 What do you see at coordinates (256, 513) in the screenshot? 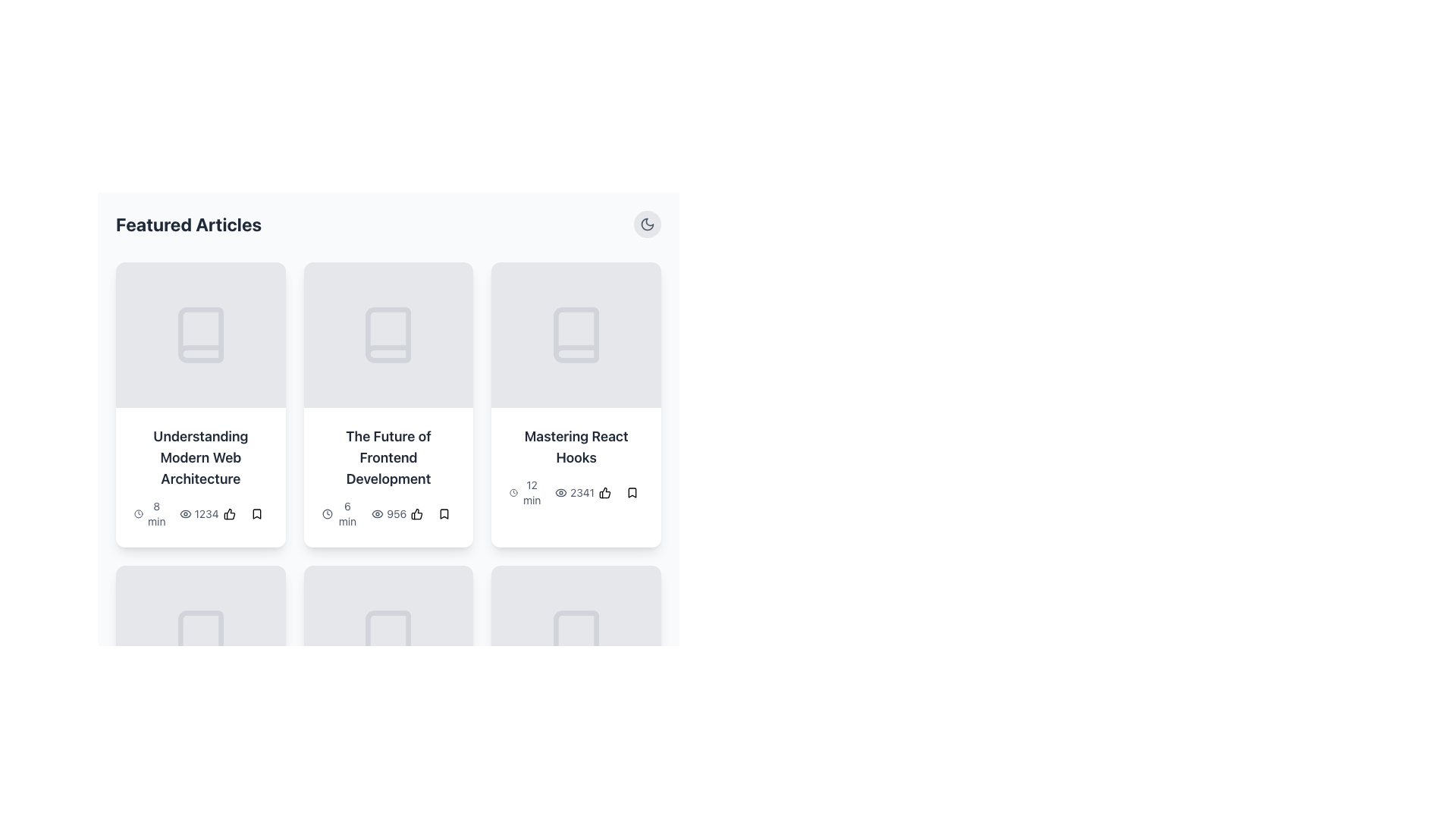
I see `the bookmark icon button located at the right end of the bottom section of the leftmost card in the grid layout` at bounding box center [256, 513].